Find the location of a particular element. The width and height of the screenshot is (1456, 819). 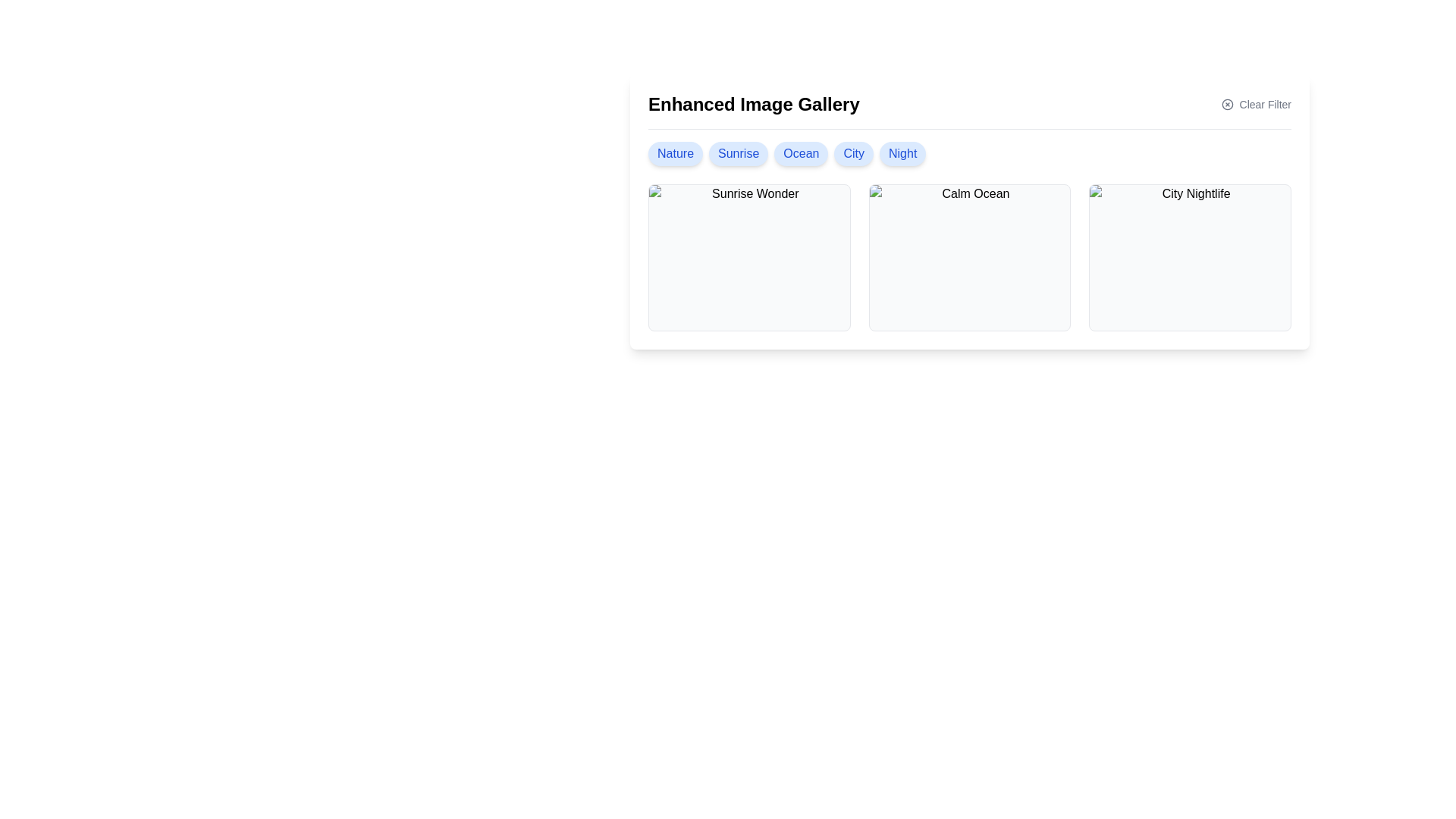

the 'Calm Ocean' image element in the gallery, which visually attracts users browsing items with this title and tags is located at coordinates (968, 256).